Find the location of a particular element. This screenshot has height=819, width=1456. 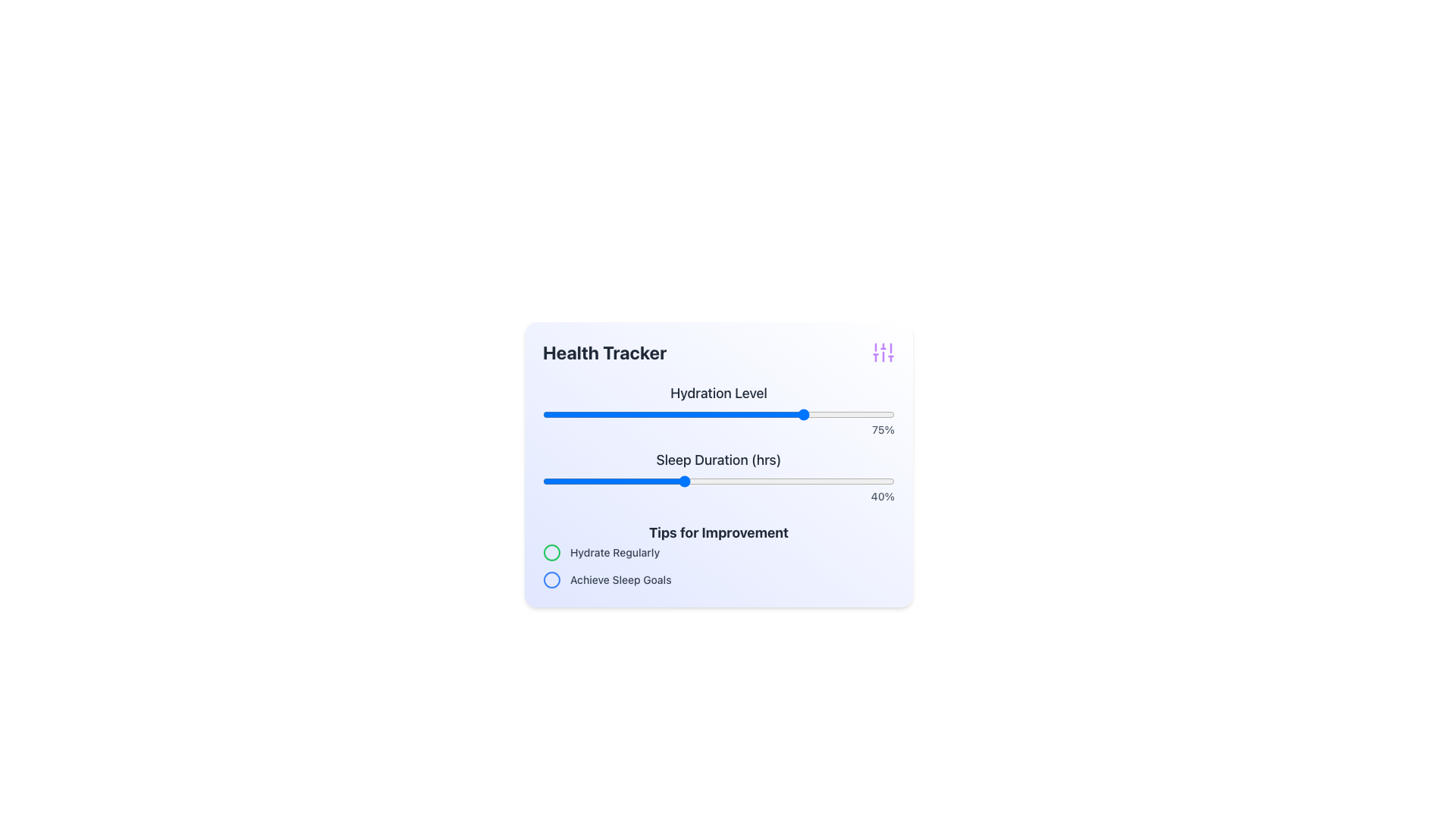

the text label displaying 'Achieve Sleep Goals', which is styled in medium-sized gray font and located next to a blue circular icon in the 'Tips for Improvement' section is located at coordinates (620, 579).